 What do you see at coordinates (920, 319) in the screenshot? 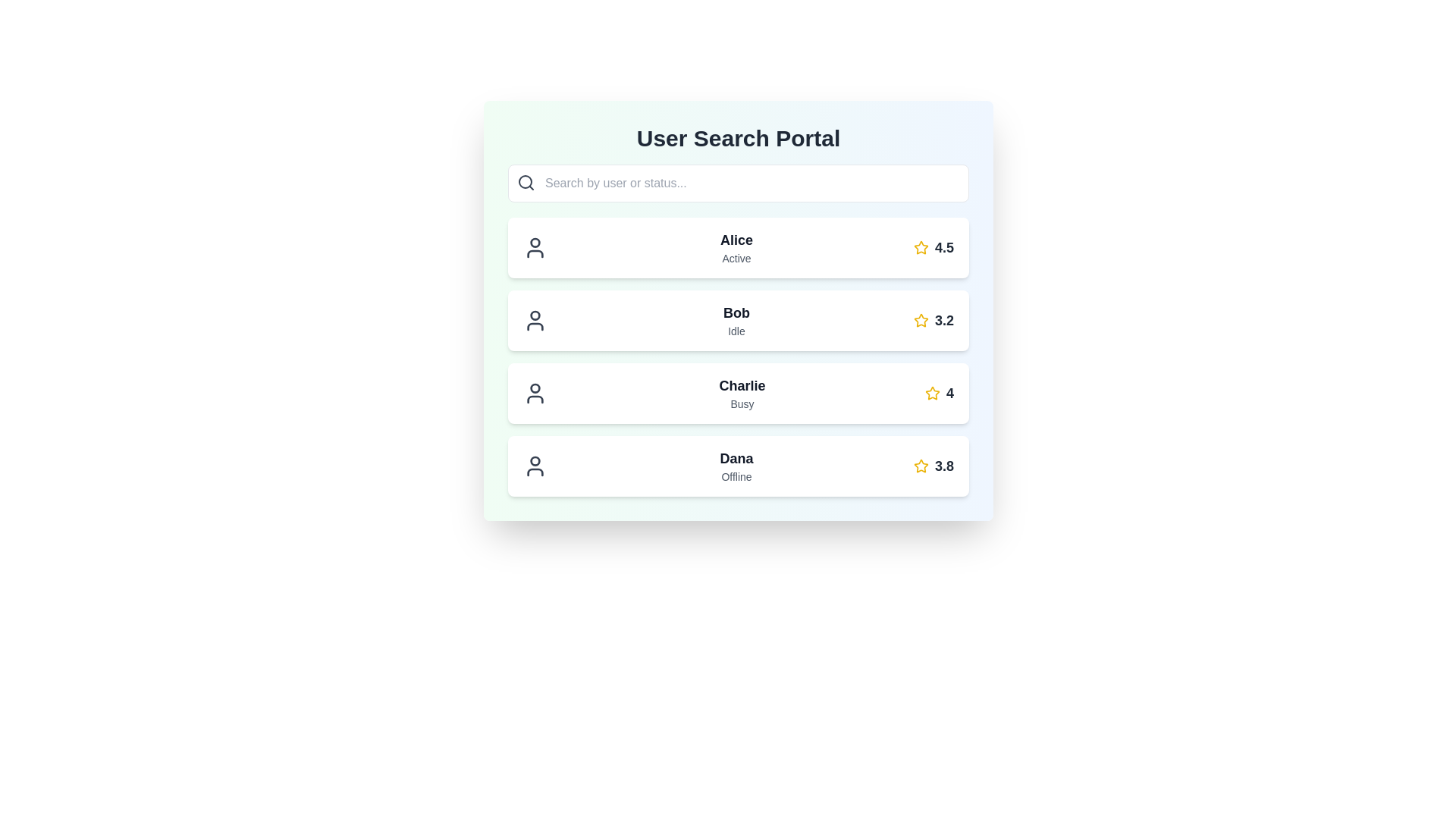
I see `the star icon representing the user's rating of 3.2 located to the right of Bob's rating description in the User Search Portal` at bounding box center [920, 319].